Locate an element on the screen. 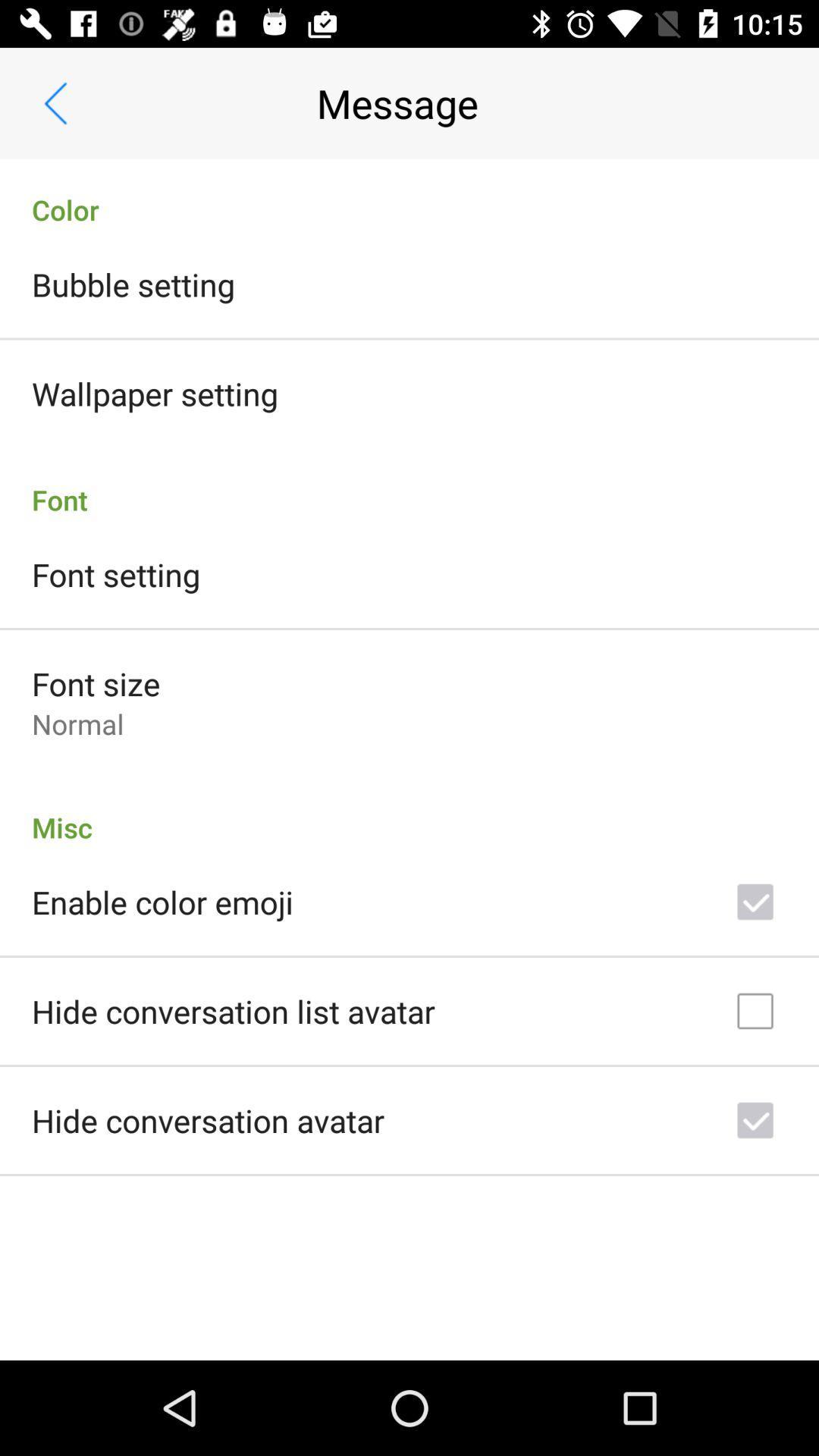  item below color icon is located at coordinates (132, 284).